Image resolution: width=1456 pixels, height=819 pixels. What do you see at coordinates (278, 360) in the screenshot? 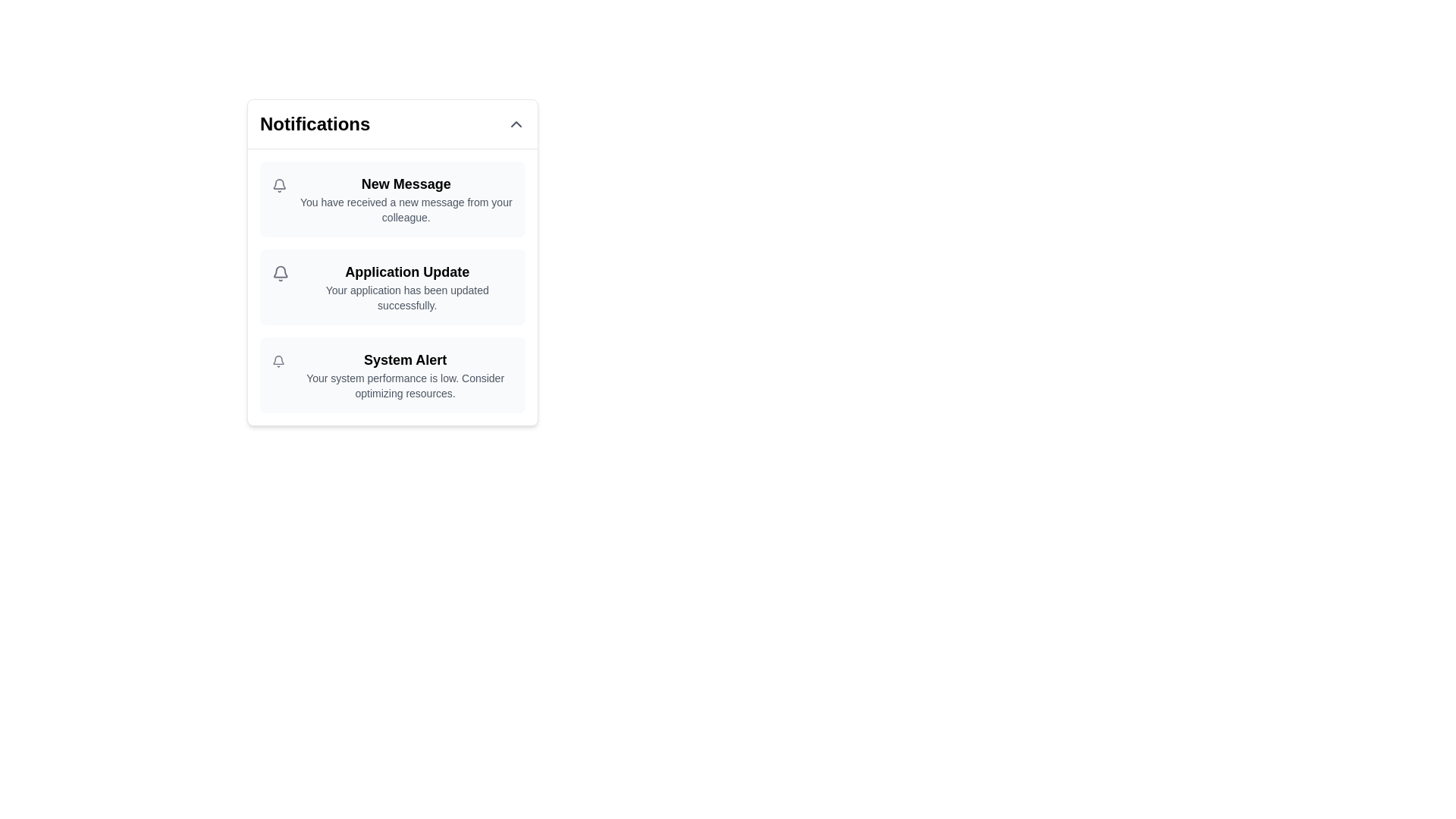
I see `the notification icon with a gray outline, which indicates the presence of new messages in the notification interface` at bounding box center [278, 360].